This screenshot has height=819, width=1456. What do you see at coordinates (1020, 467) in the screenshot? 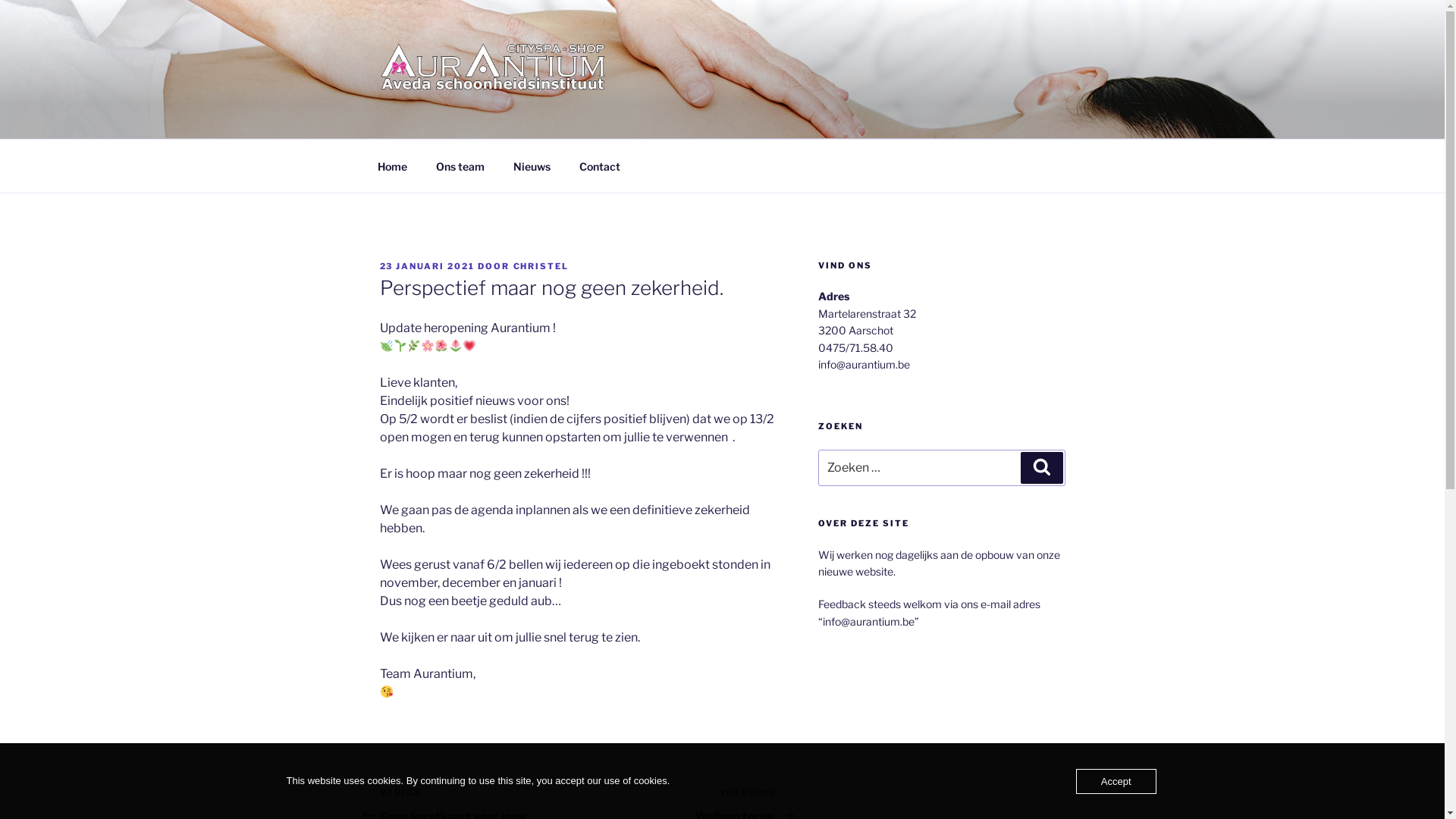
I see `'Zoeken'` at bounding box center [1020, 467].